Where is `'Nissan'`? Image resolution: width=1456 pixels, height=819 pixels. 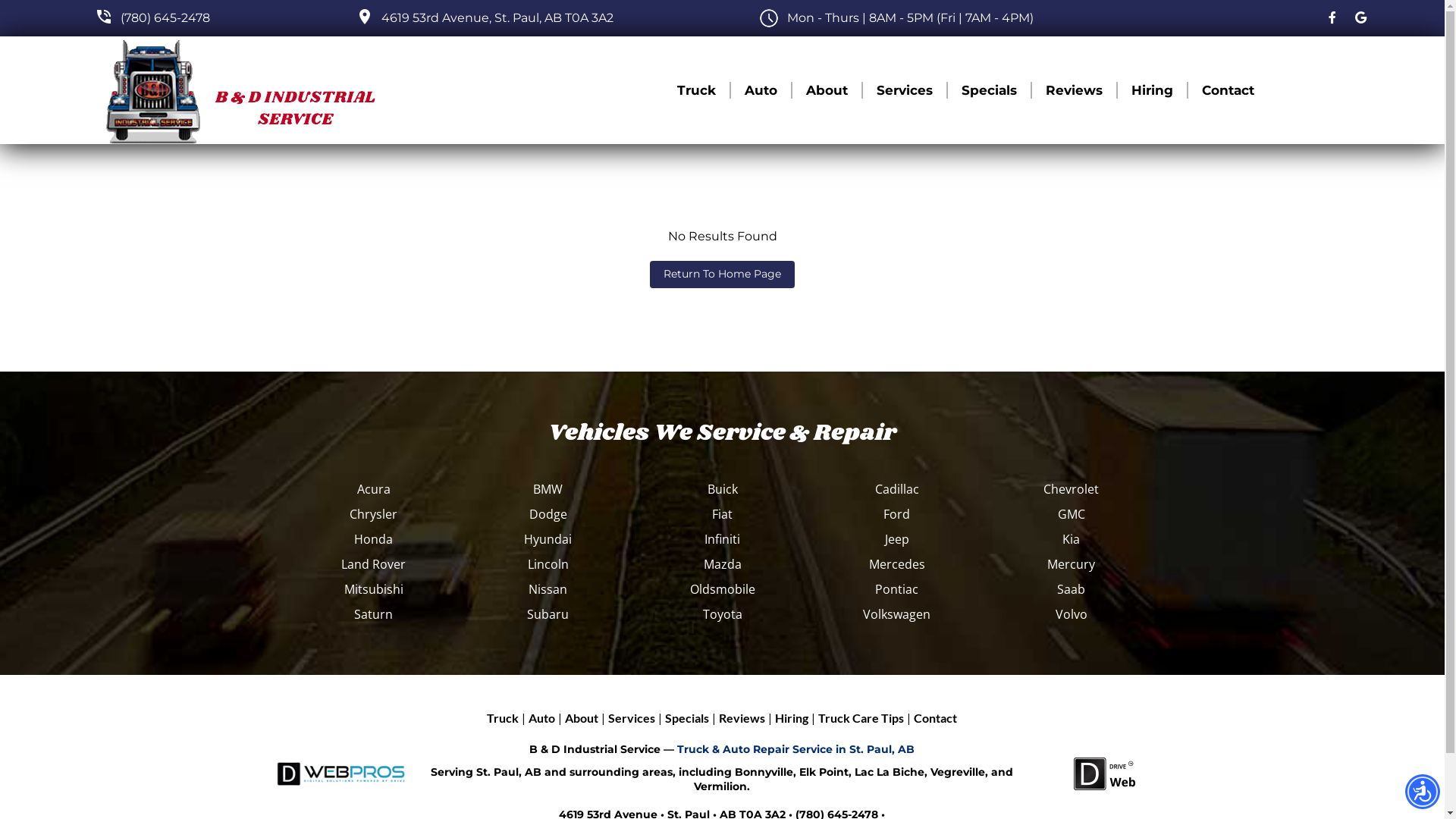 'Nissan' is located at coordinates (548, 588).